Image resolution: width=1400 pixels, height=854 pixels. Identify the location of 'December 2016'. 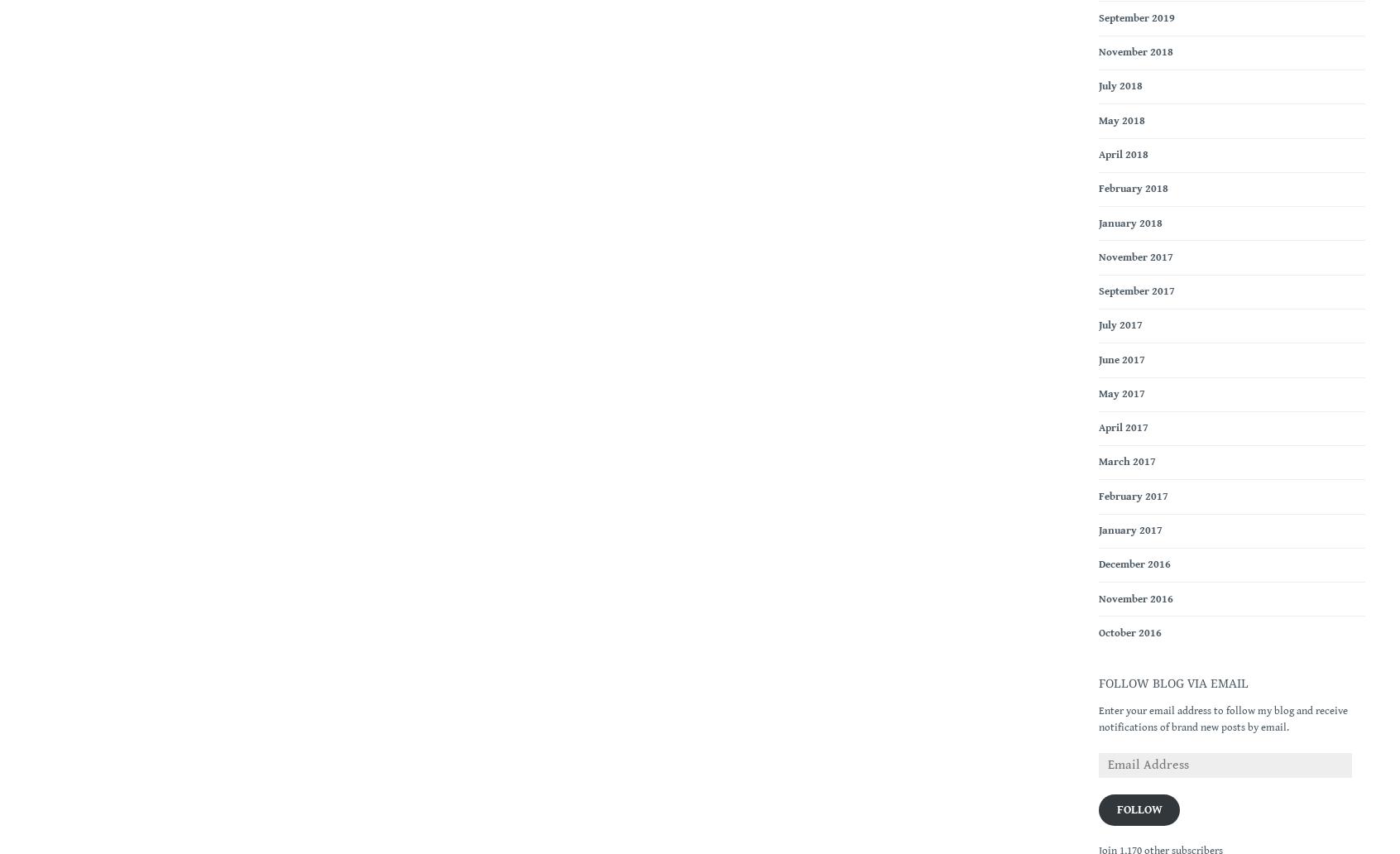
(1134, 564).